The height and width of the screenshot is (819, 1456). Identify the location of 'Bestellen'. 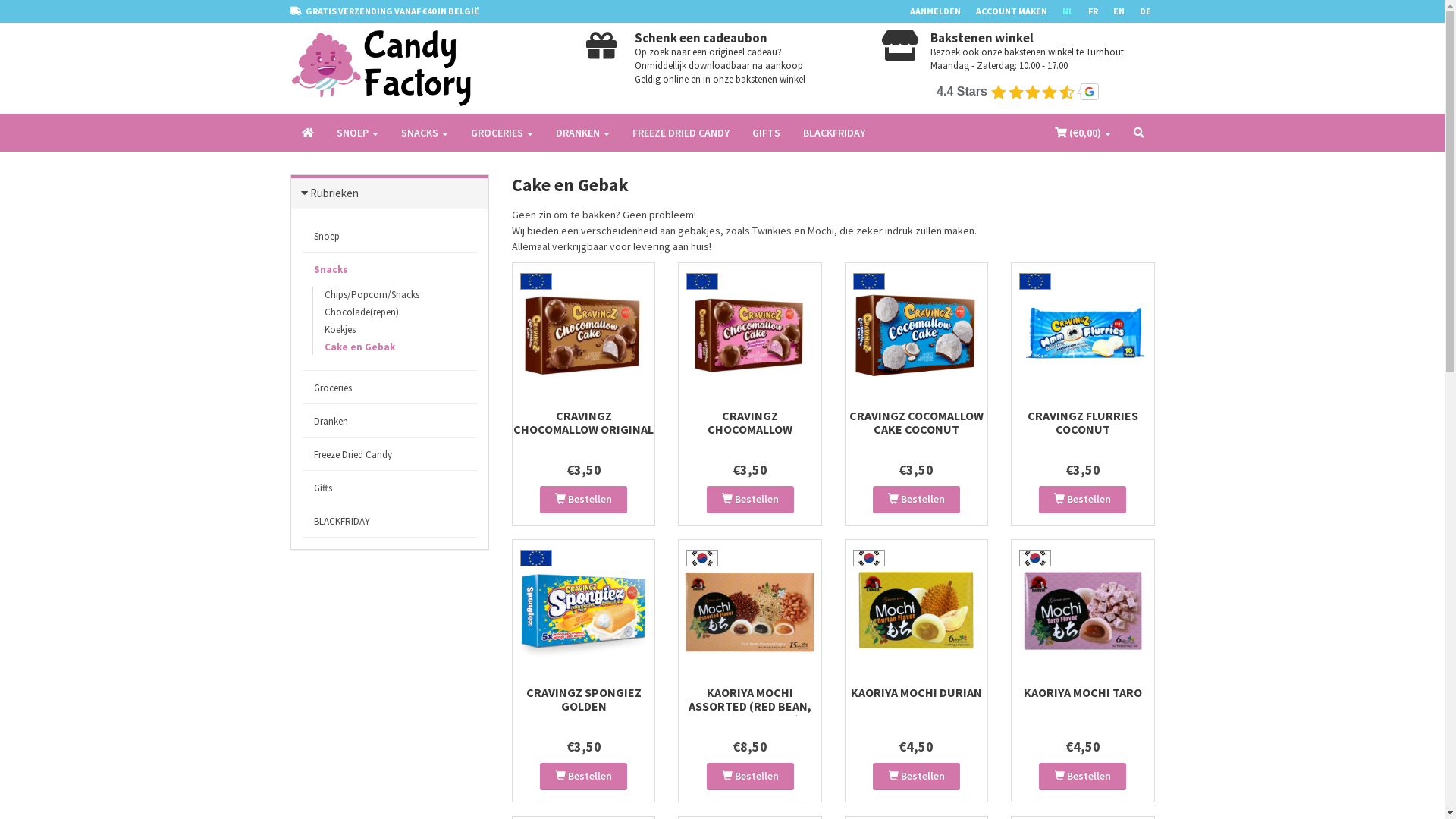
(582, 500).